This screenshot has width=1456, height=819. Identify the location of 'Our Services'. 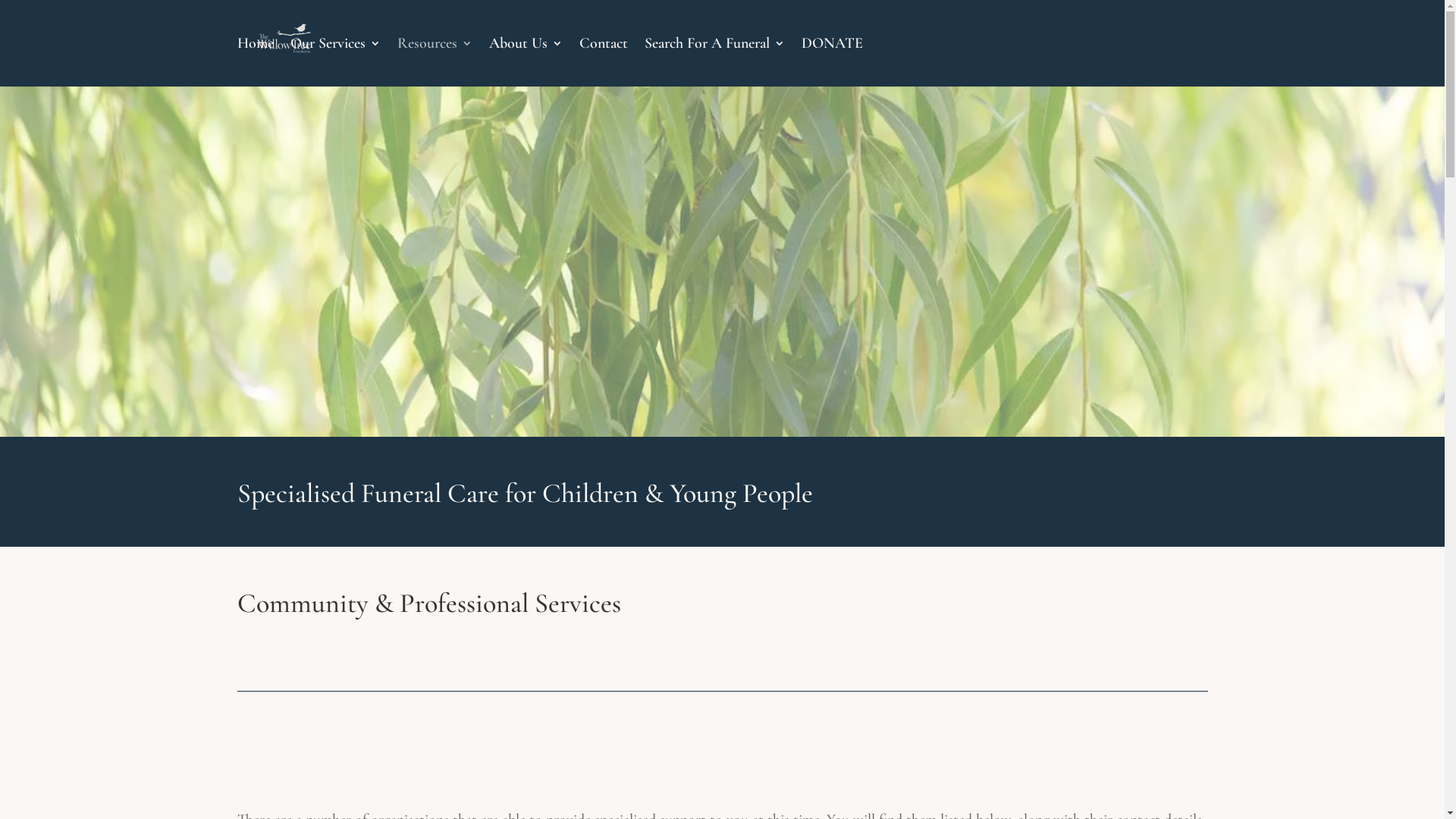
(334, 61).